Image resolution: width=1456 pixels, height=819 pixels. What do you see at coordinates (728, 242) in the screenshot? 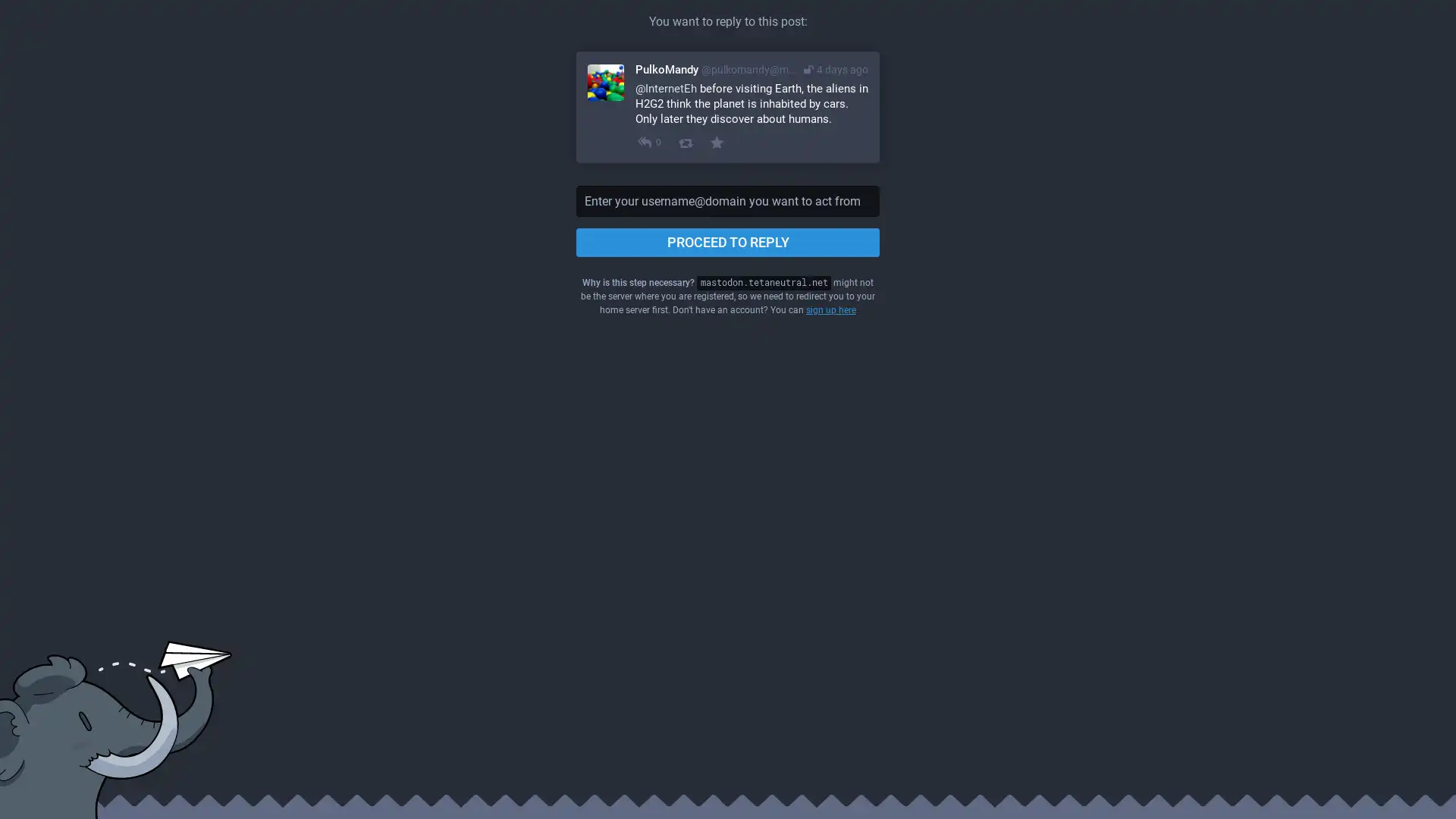
I see `PROCEED TO REPLY` at bounding box center [728, 242].